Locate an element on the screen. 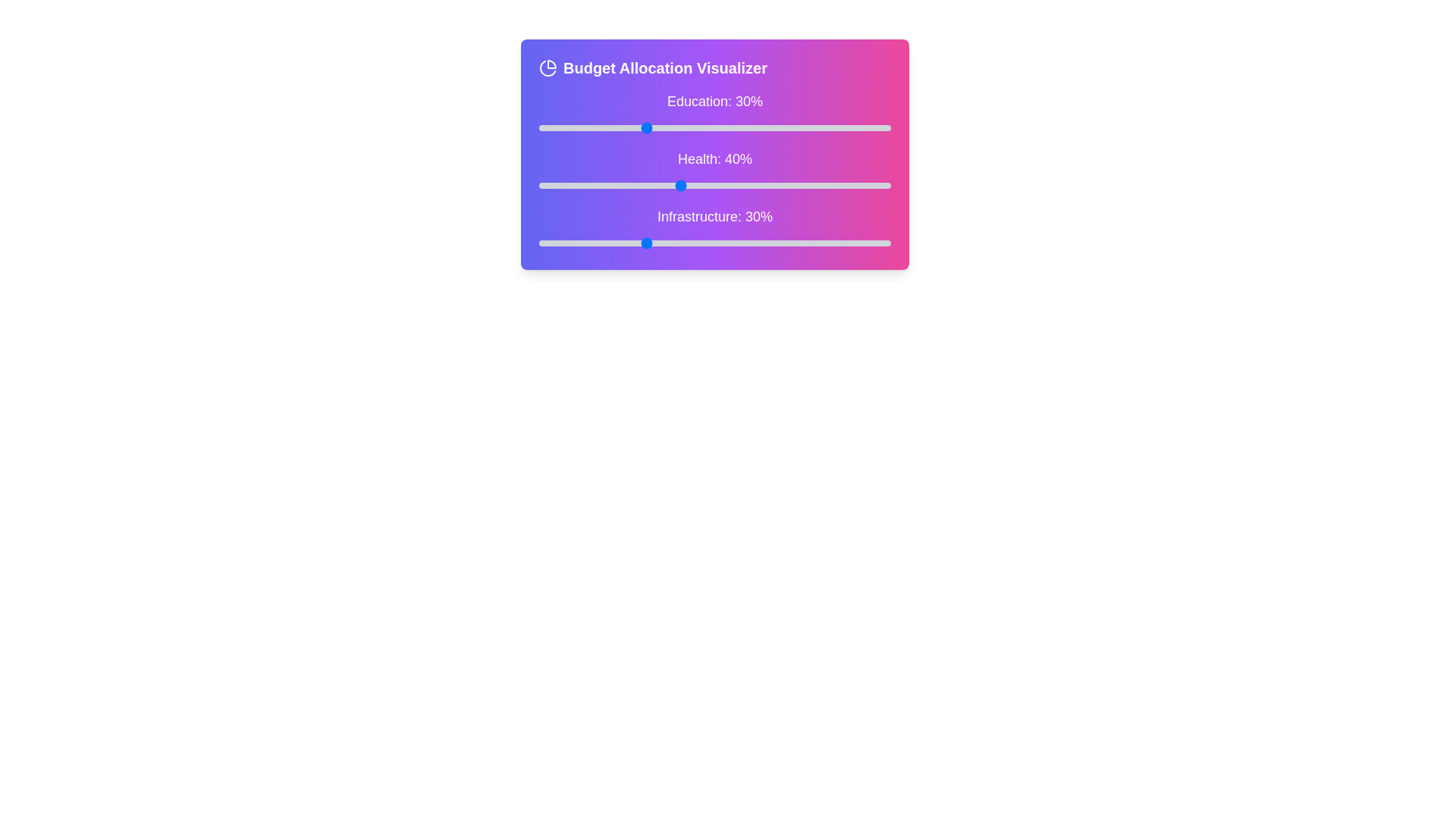 The height and width of the screenshot is (819, 1456). the Education budget is located at coordinates (676, 127).